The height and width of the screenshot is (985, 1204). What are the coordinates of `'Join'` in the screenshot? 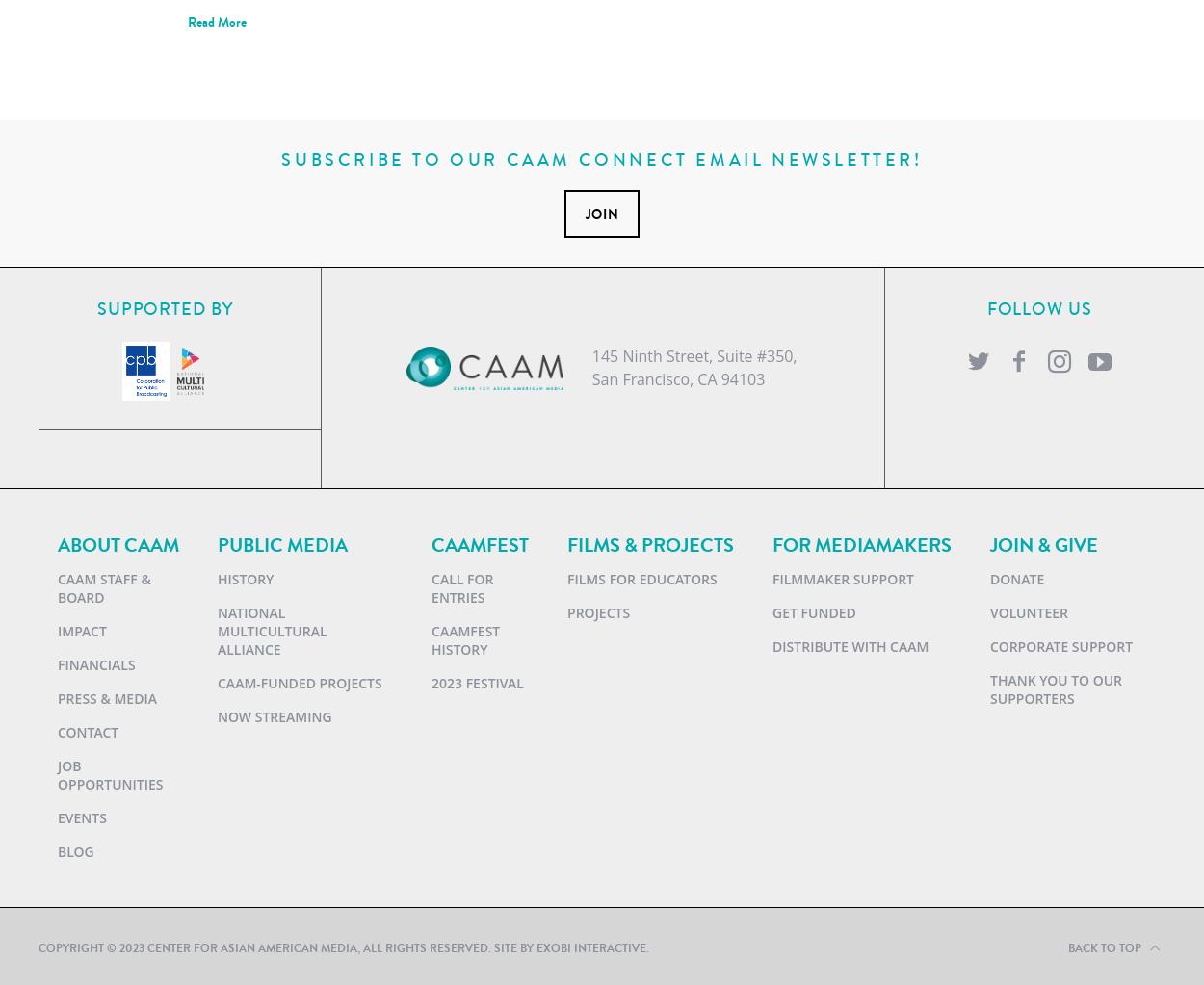 It's located at (600, 212).